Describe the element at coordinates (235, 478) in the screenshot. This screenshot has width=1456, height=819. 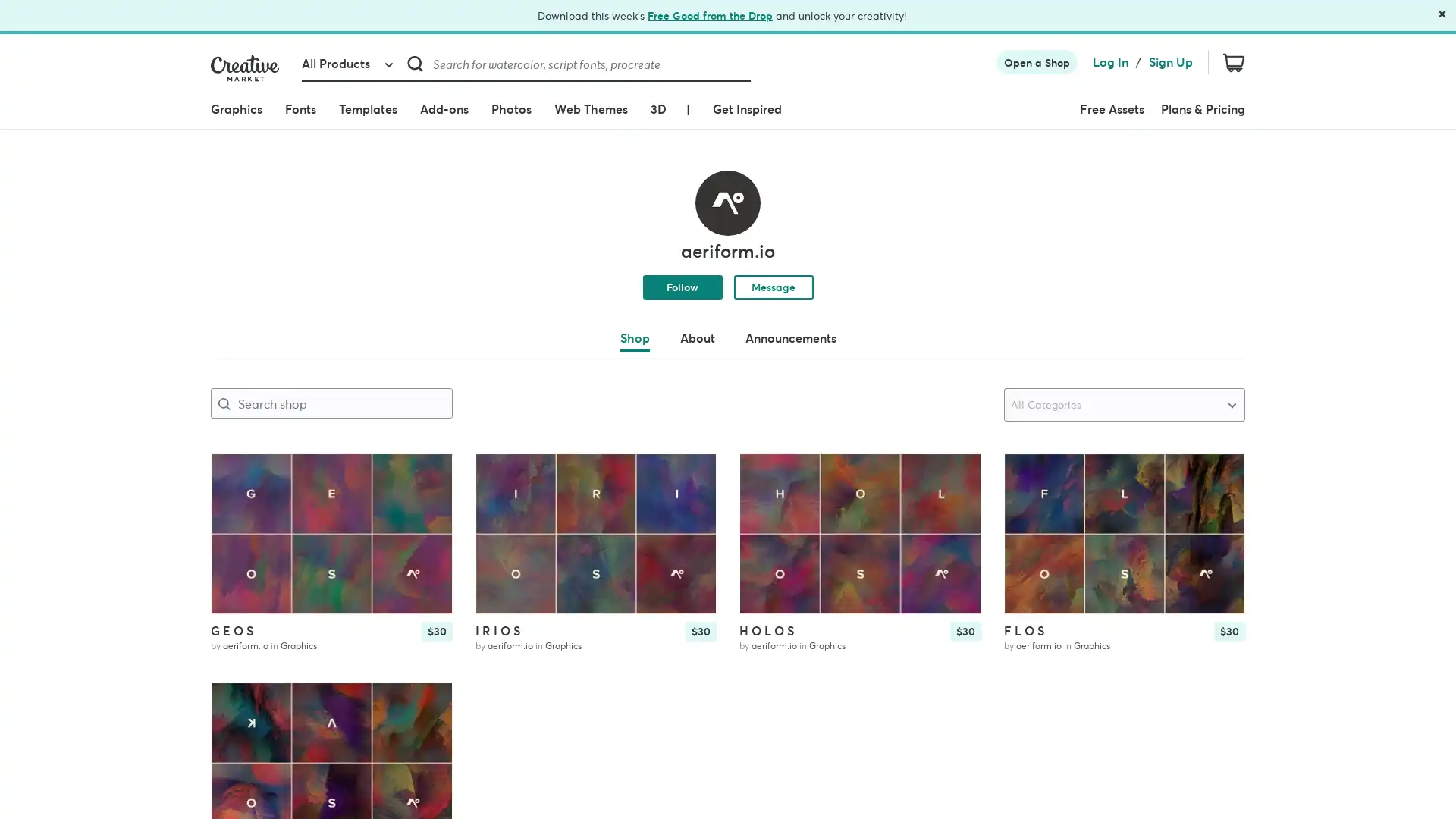
I see `Pin to Pinterest` at that location.